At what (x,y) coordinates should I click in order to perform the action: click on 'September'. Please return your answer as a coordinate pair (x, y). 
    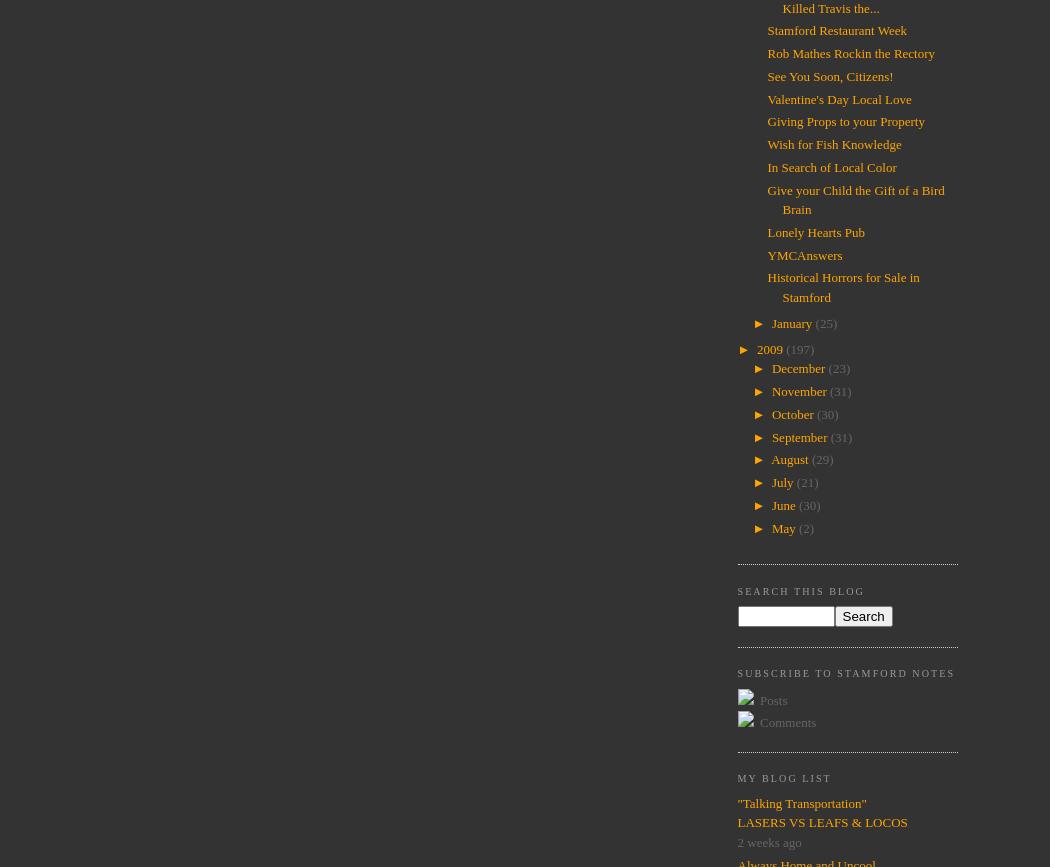
    Looking at the image, I should click on (799, 435).